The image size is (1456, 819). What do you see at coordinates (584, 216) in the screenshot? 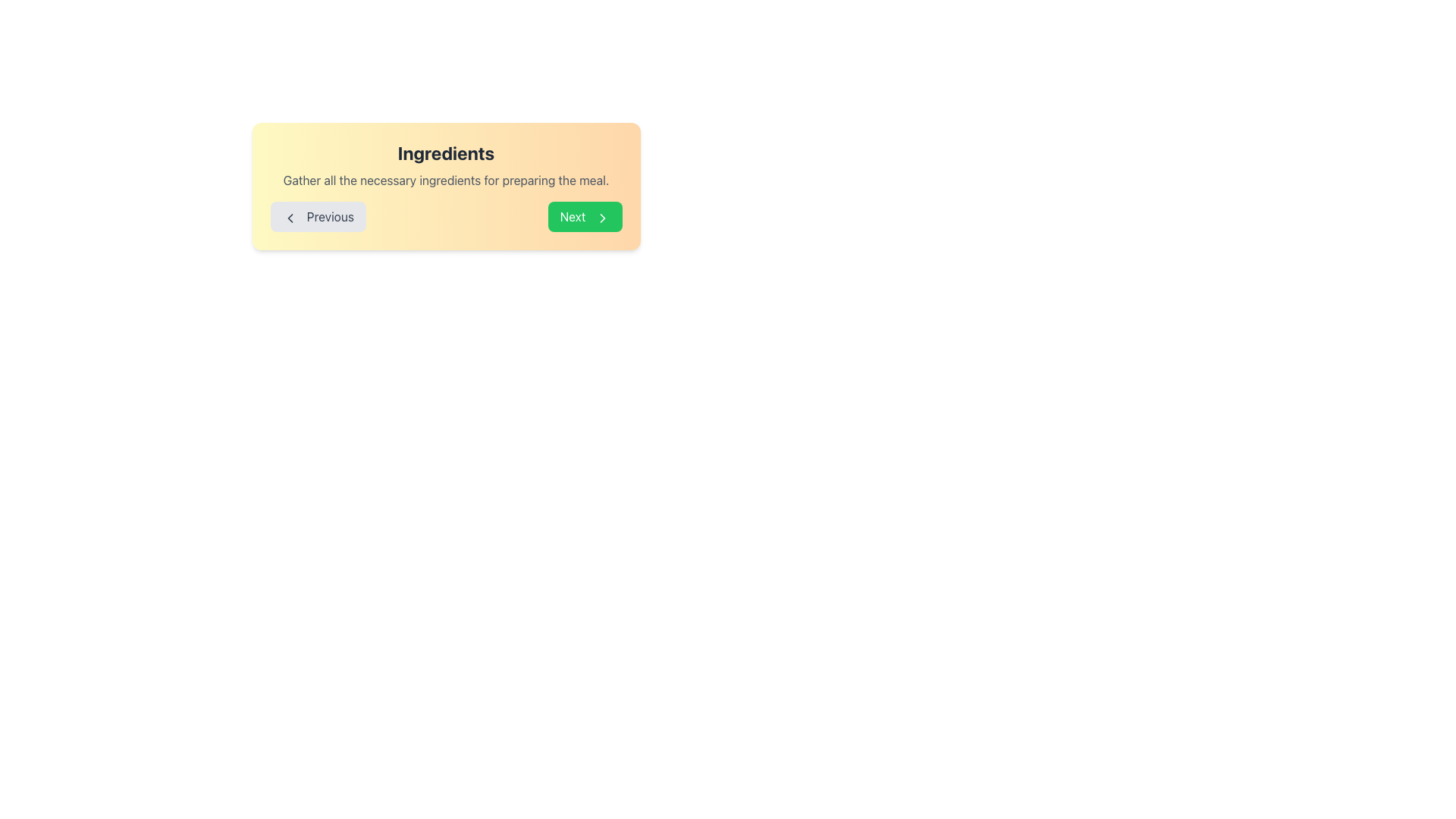
I see `the navigation button located at the bottom-right corner of the panel` at bounding box center [584, 216].